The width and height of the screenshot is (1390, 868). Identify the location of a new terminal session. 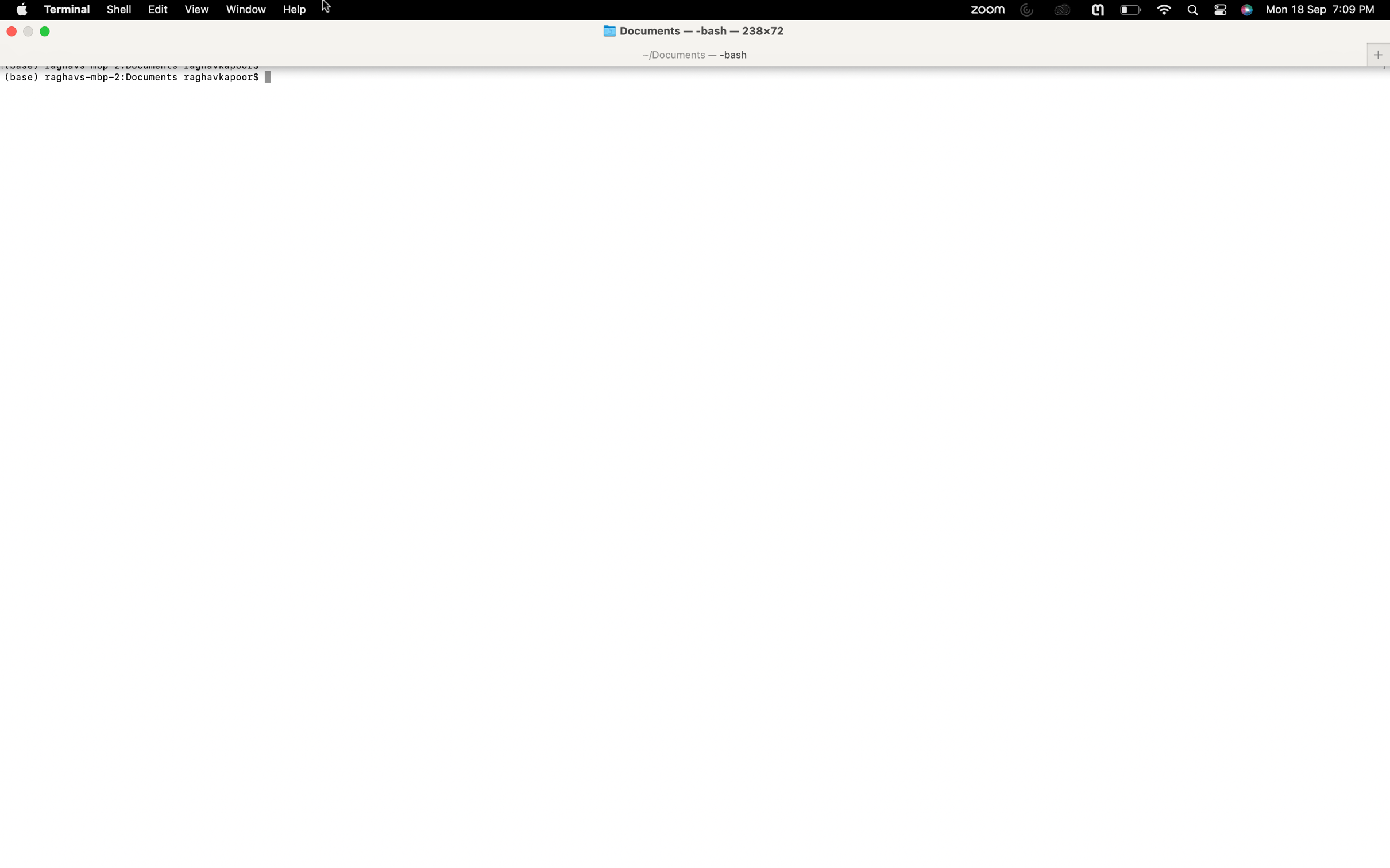
(68, 10).